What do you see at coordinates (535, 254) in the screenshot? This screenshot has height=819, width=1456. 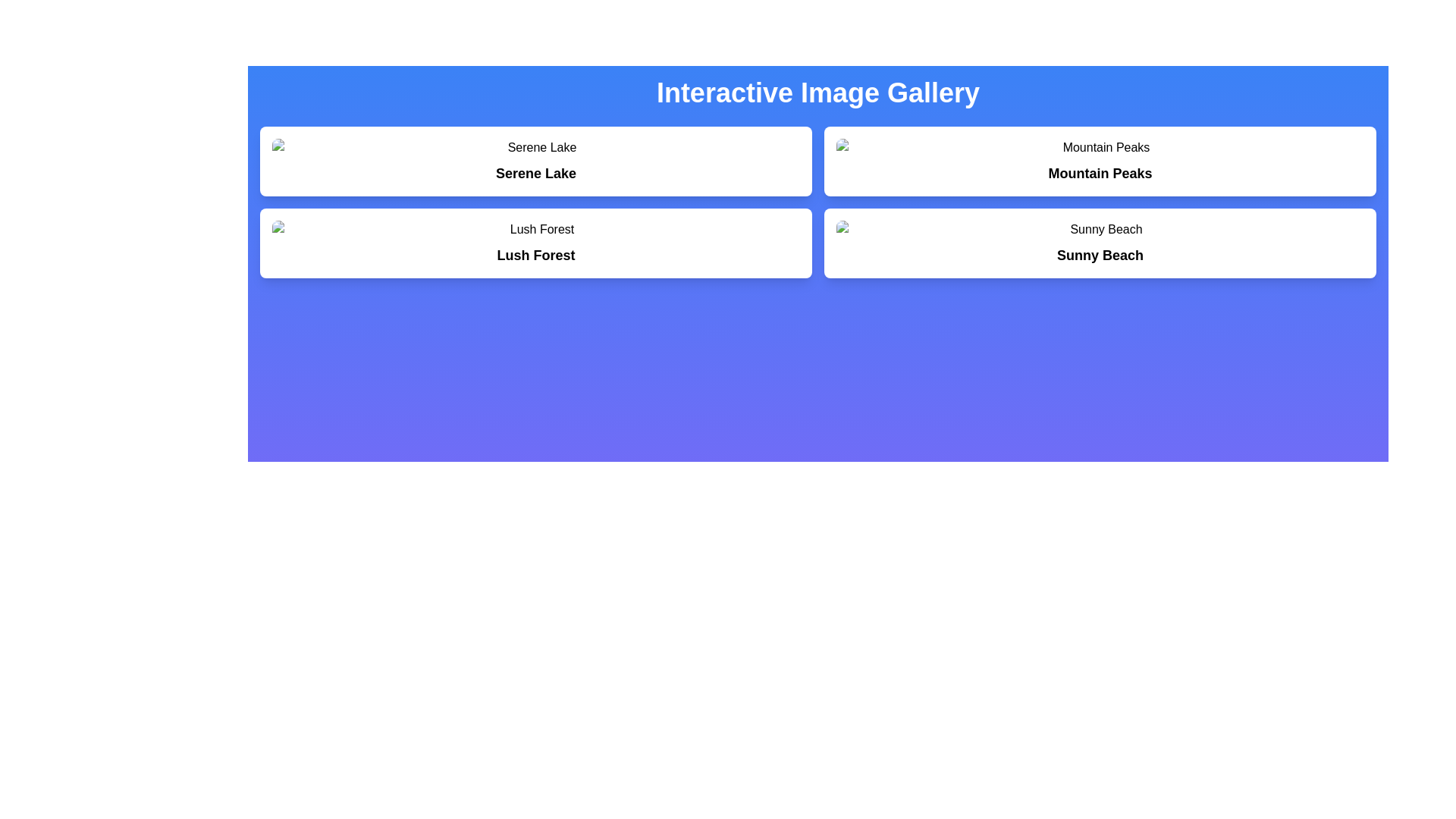 I see `text label styled as a heading or title that displays 'Lush Forest' in the second card of the gallery interface` at bounding box center [535, 254].